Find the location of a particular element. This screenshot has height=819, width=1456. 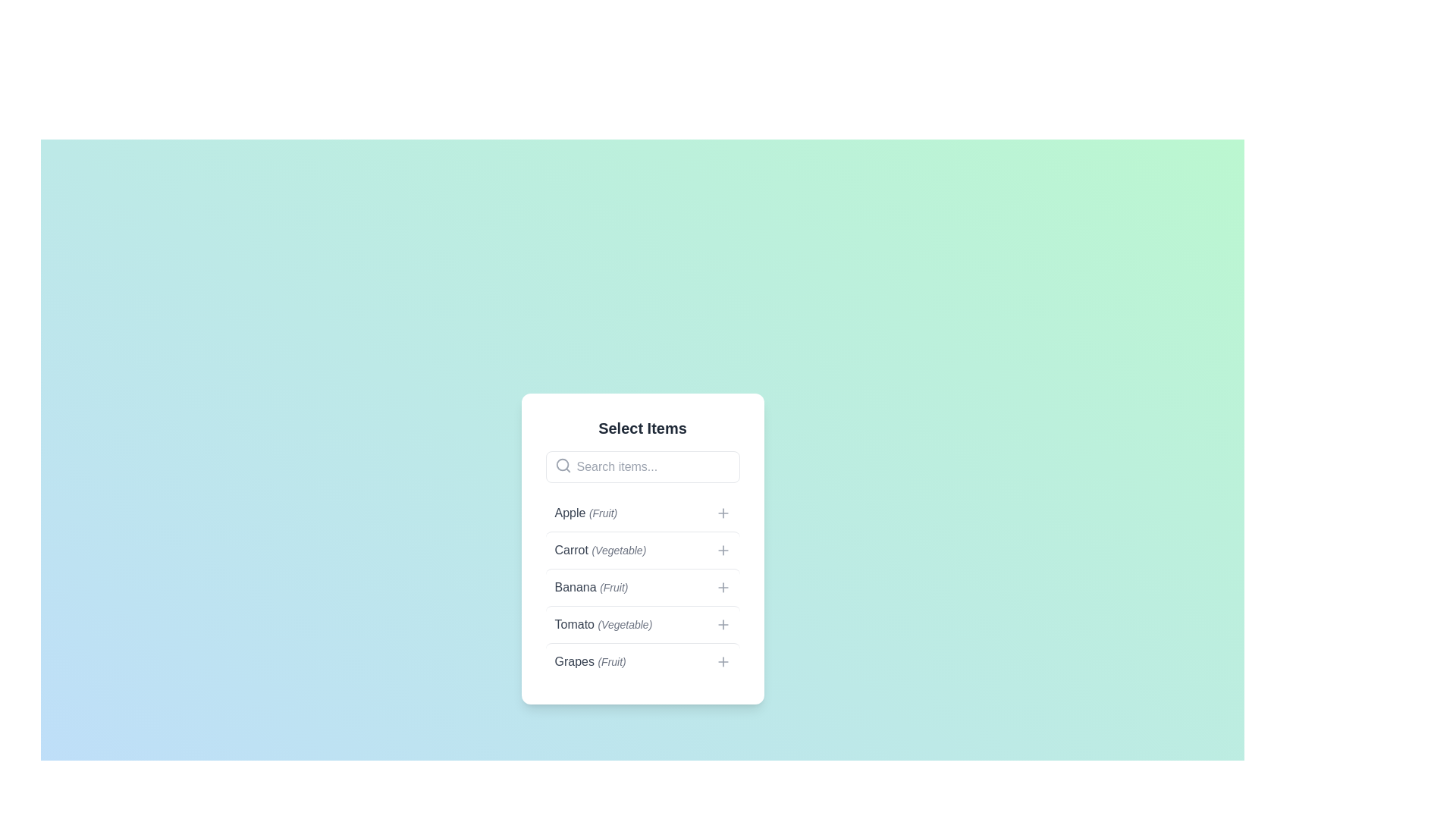

the plus icon associated with 'Grapes (Fruit)' is located at coordinates (722, 661).